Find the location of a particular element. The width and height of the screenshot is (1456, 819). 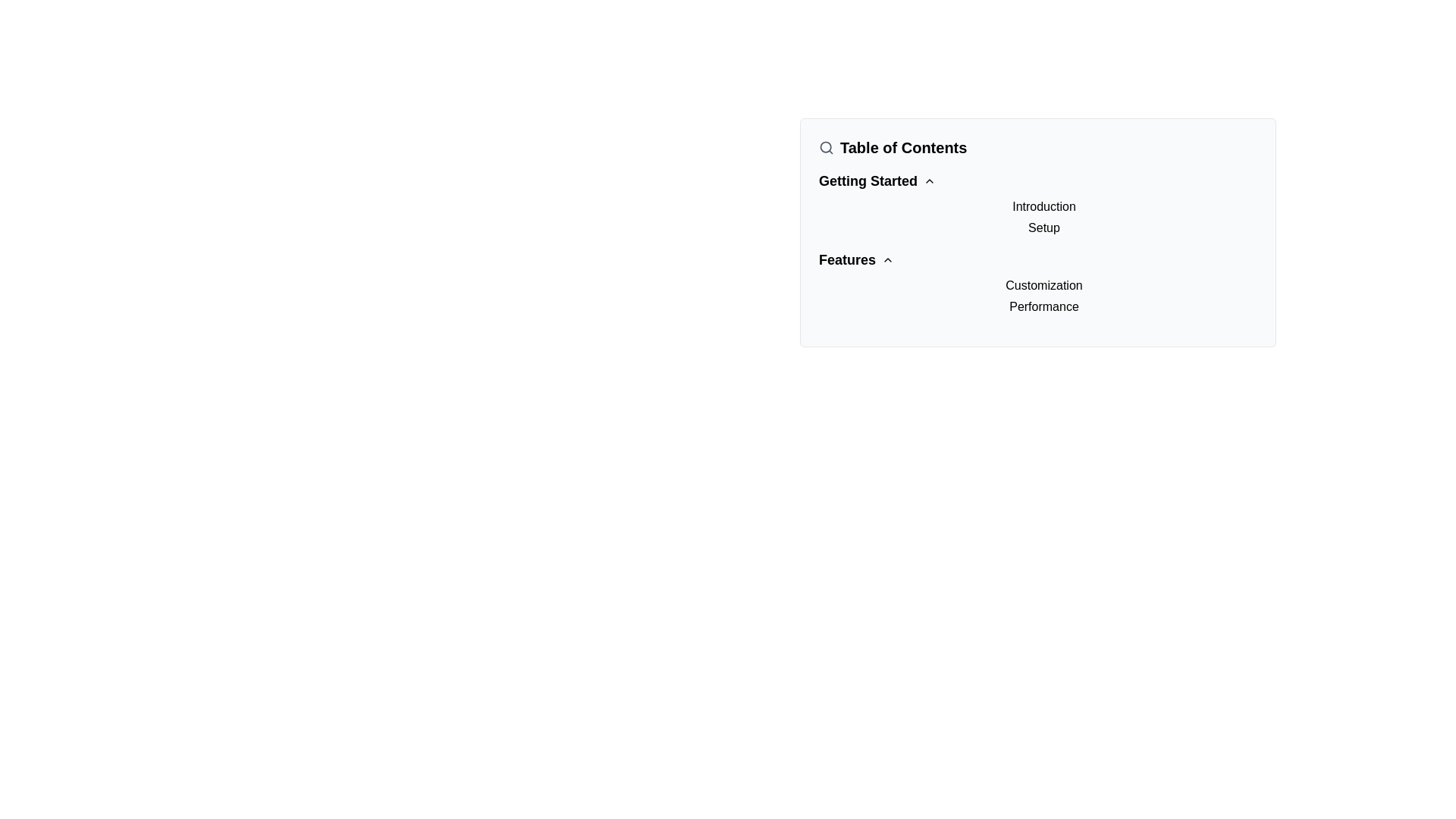

the icon associated with the 'Table of Contents' header, positioned to the left of the bold 'Table of Contents' text is located at coordinates (825, 148).